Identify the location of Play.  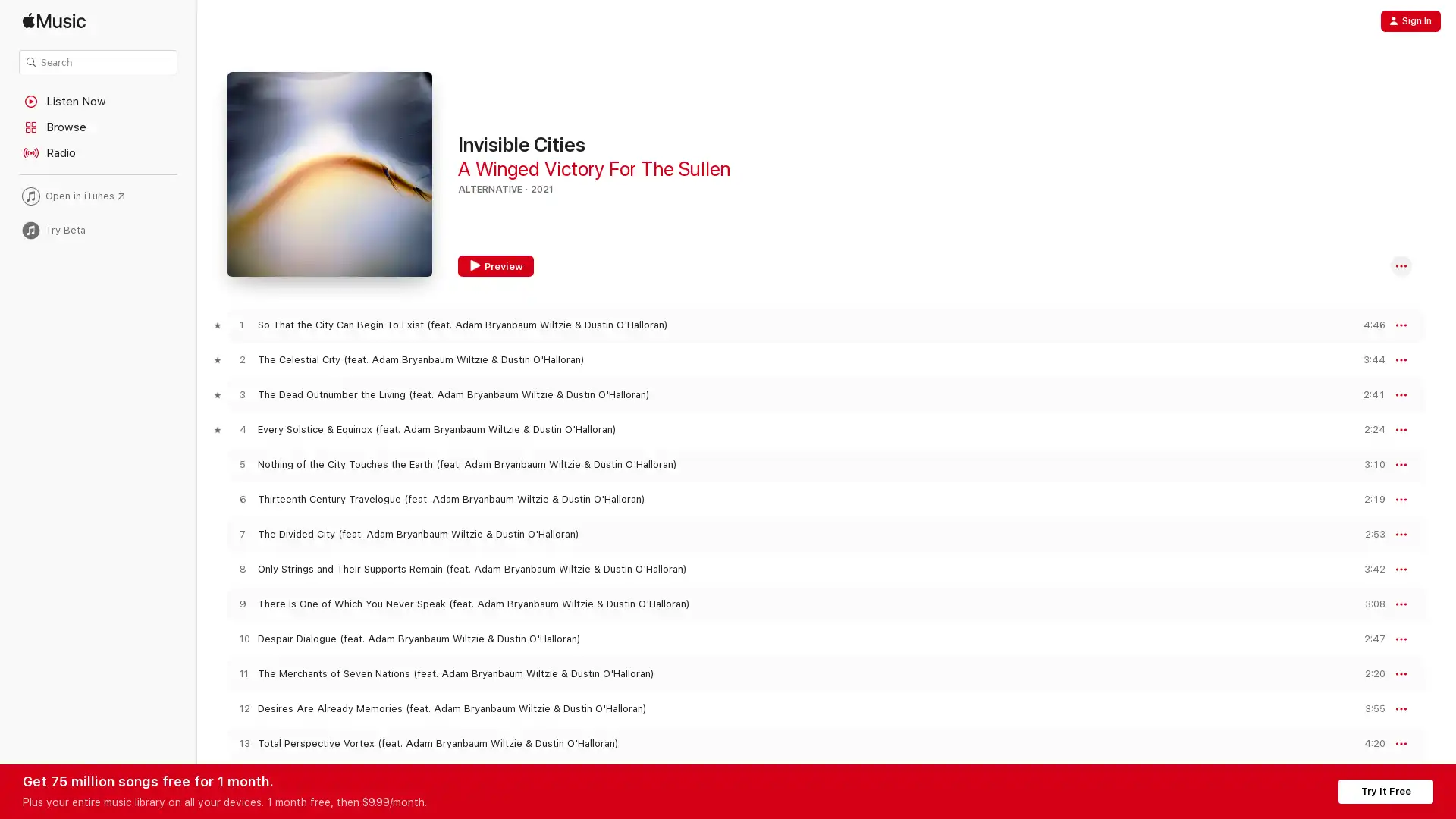
(241, 533).